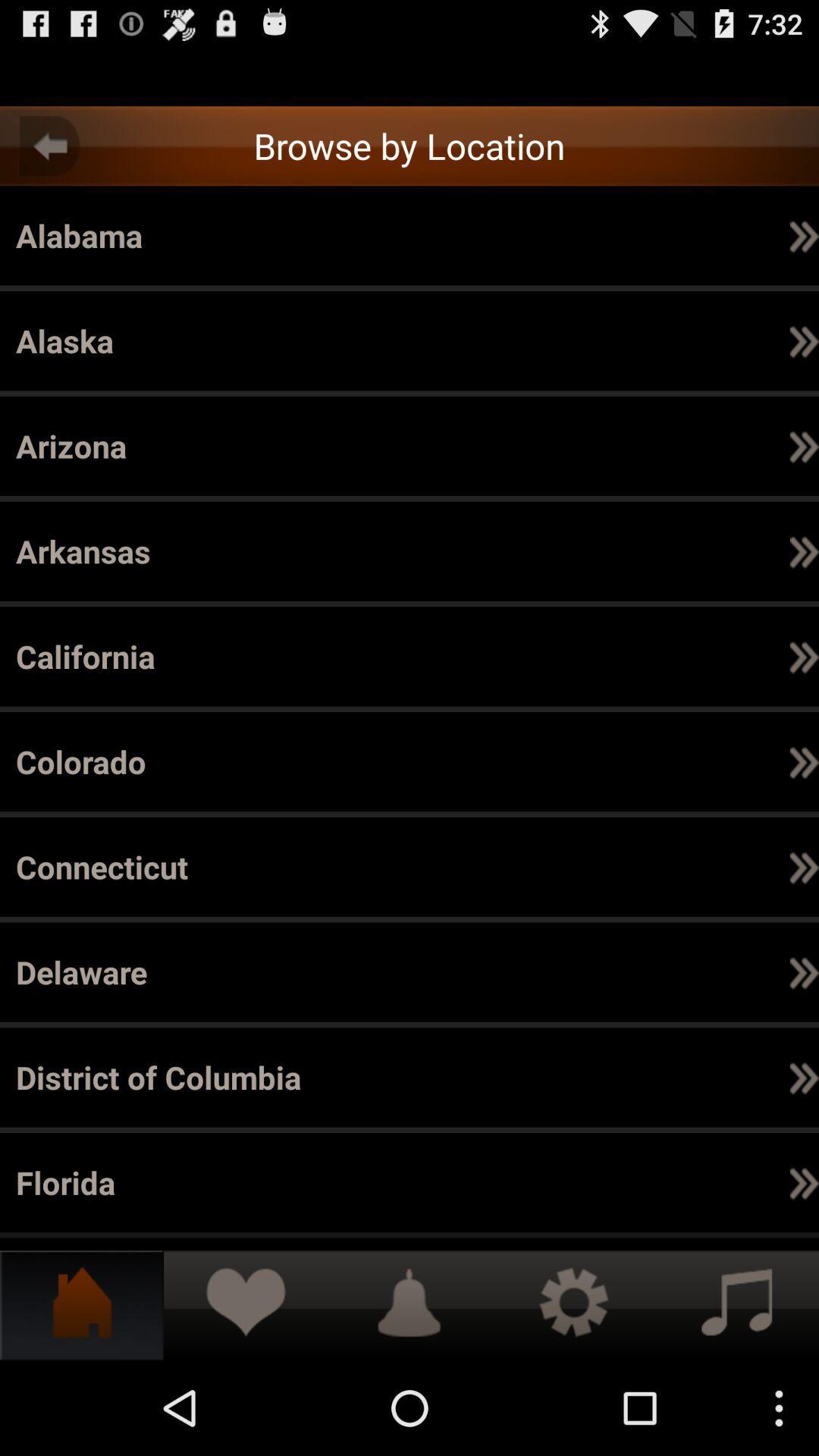  Describe the element at coordinates (657, 972) in the screenshot. I see `icon` at that location.